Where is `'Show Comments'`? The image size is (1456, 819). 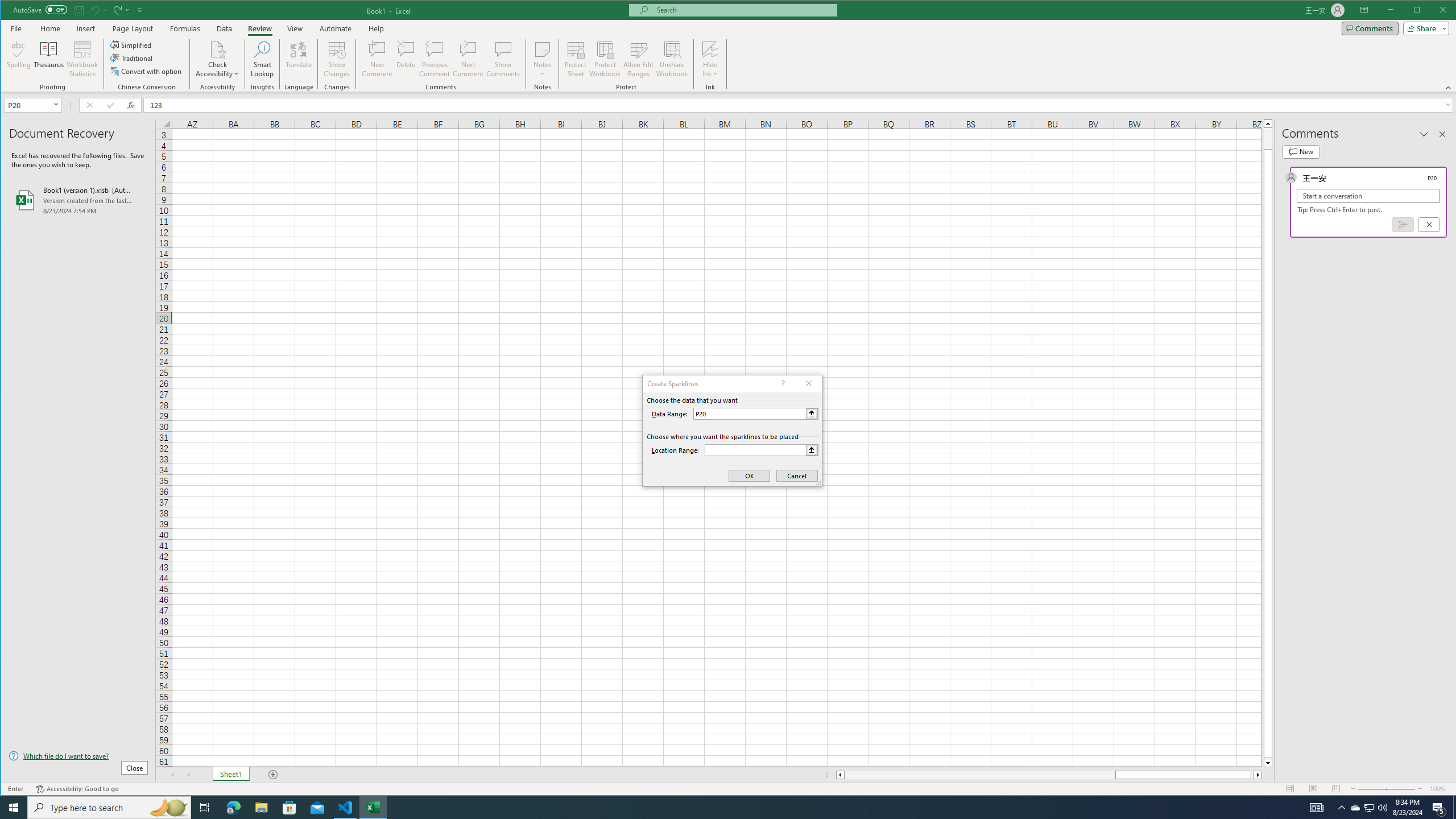 'Show Comments' is located at coordinates (503, 59).